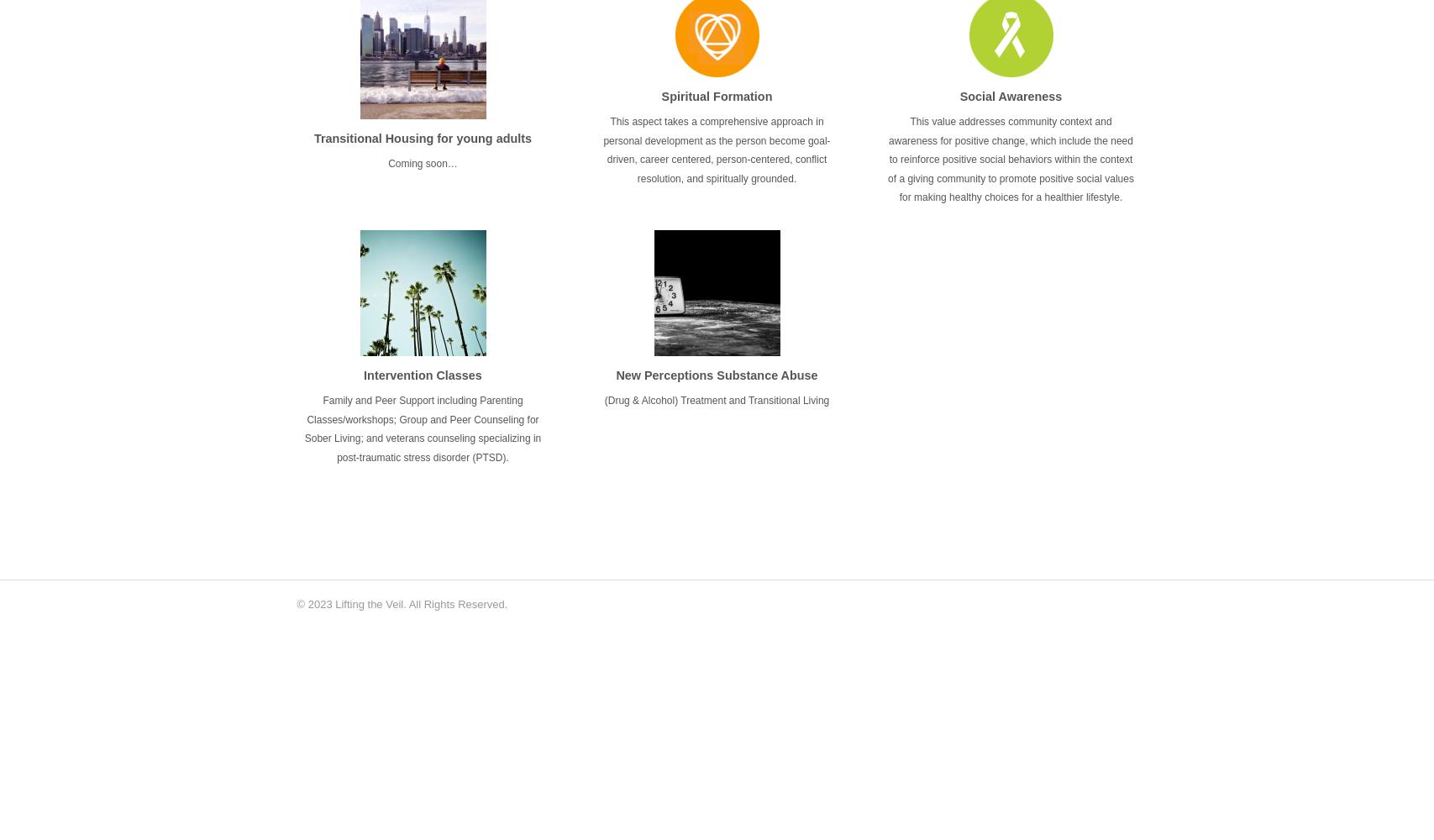  Describe the element at coordinates (716, 95) in the screenshot. I see `'Spiritual Formation'` at that location.